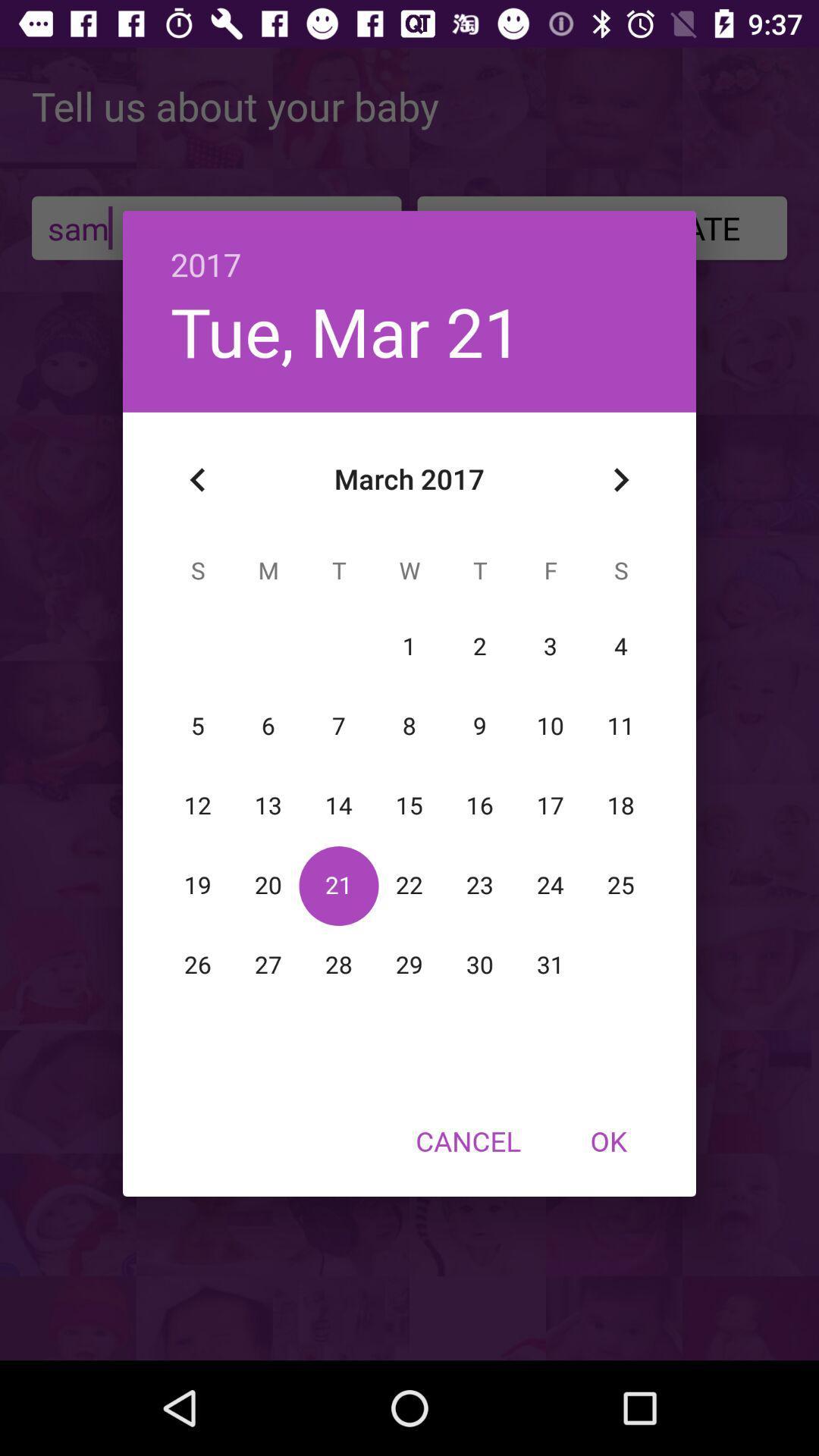 The width and height of the screenshot is (819, 1456). I want to click on item at the top left corner, so click(197, 479).